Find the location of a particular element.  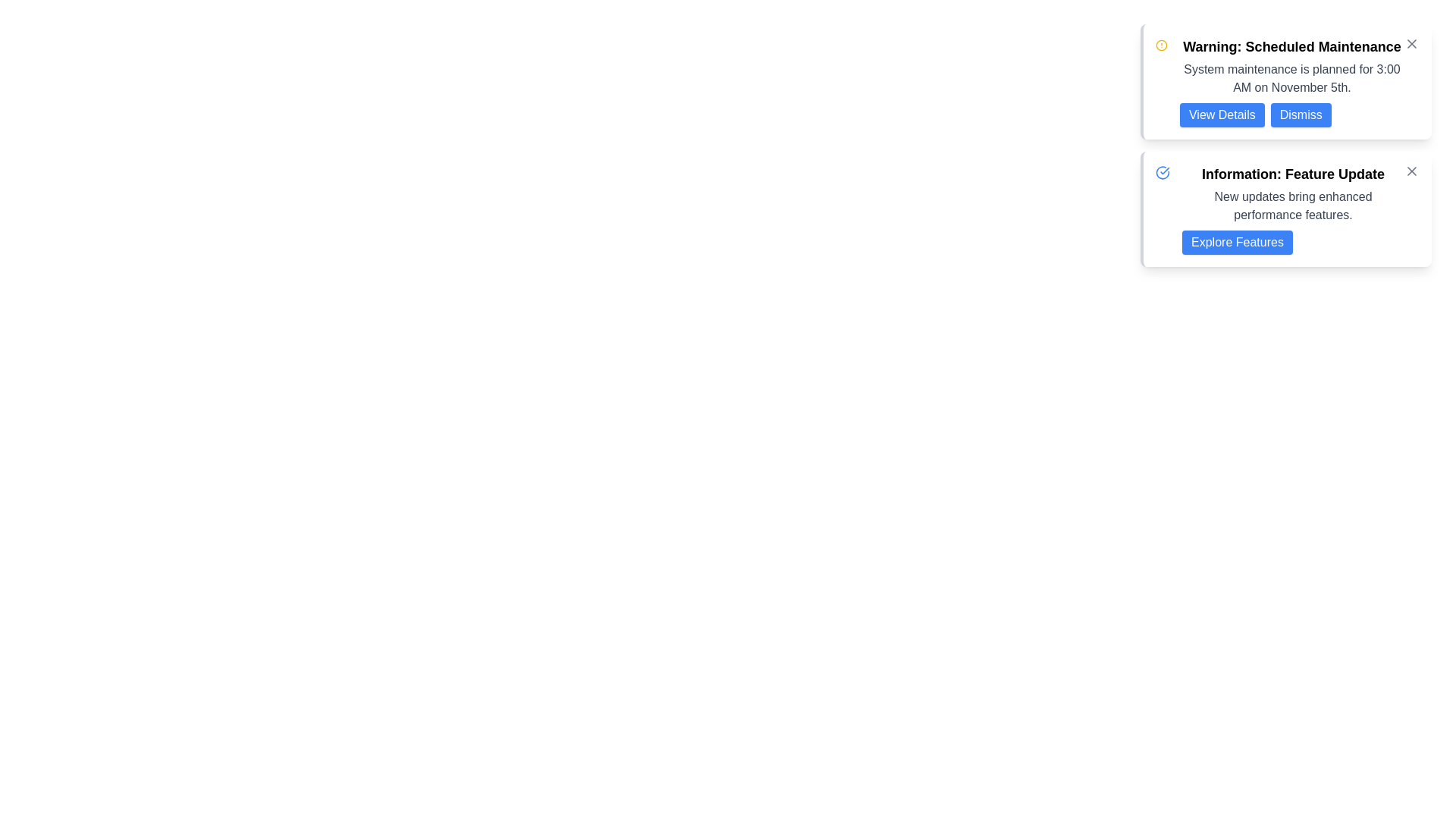

the 'Explore Features' button with a blue background and white text located at the bottom right of the 'Information: Feature Update' card to observe its hover effect is located at coordinates (1238, 242).